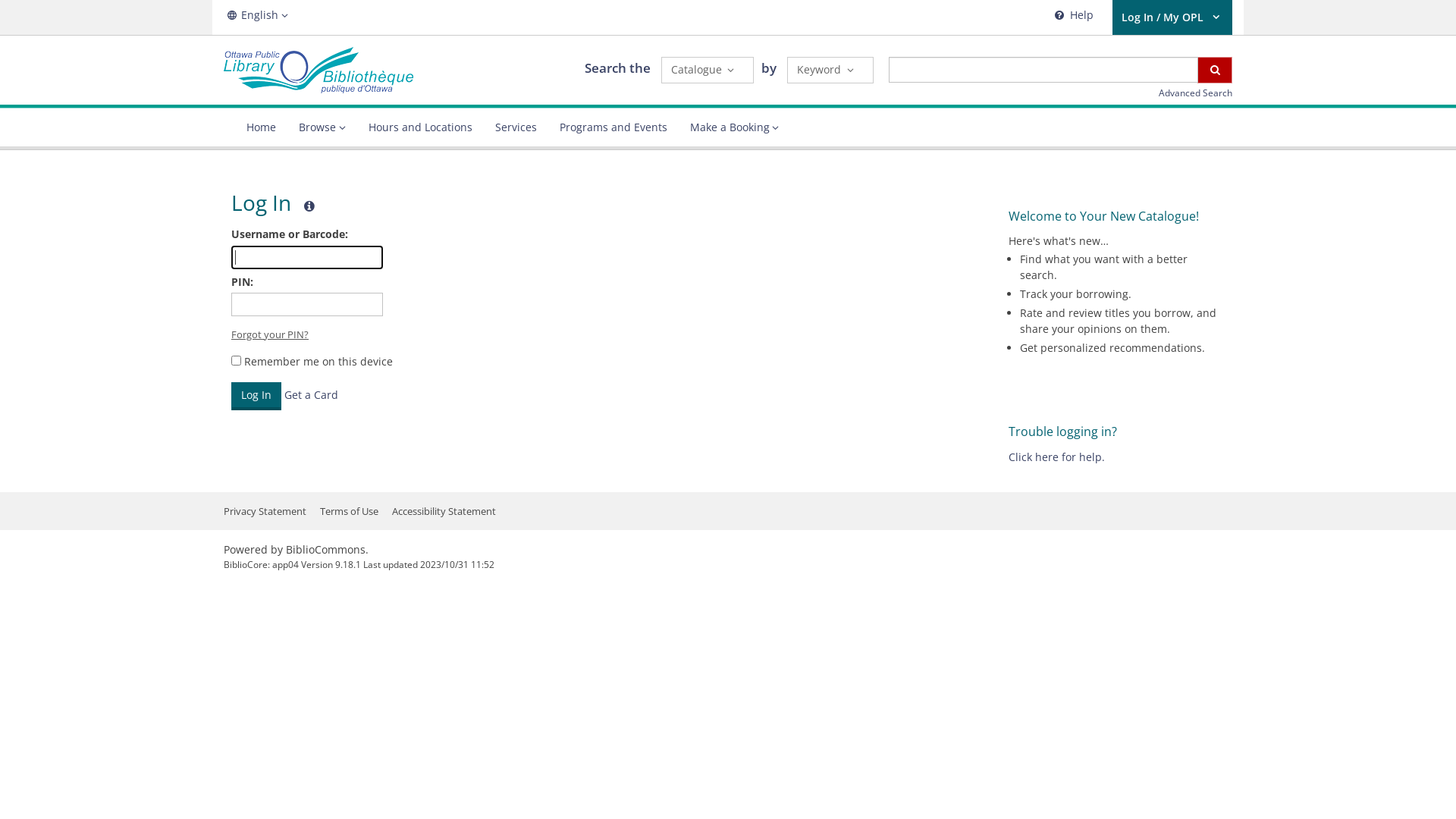  What do you see at coordinates (265, 511) in the screenshot?
I see `'Privacy Statement'` at bounding box center [265, 511].